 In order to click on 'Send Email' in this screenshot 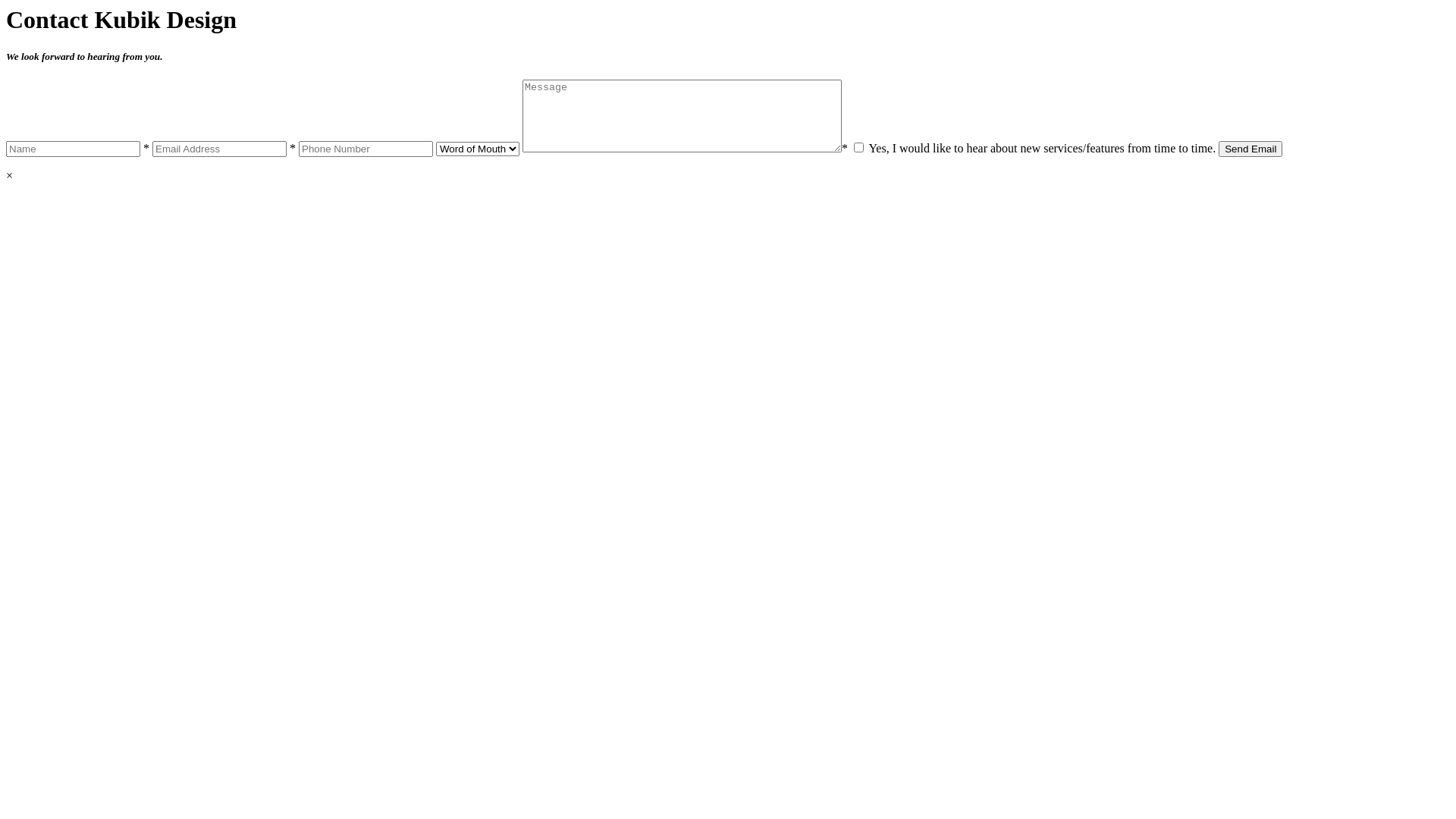, I will do `click(1219, 149)`.